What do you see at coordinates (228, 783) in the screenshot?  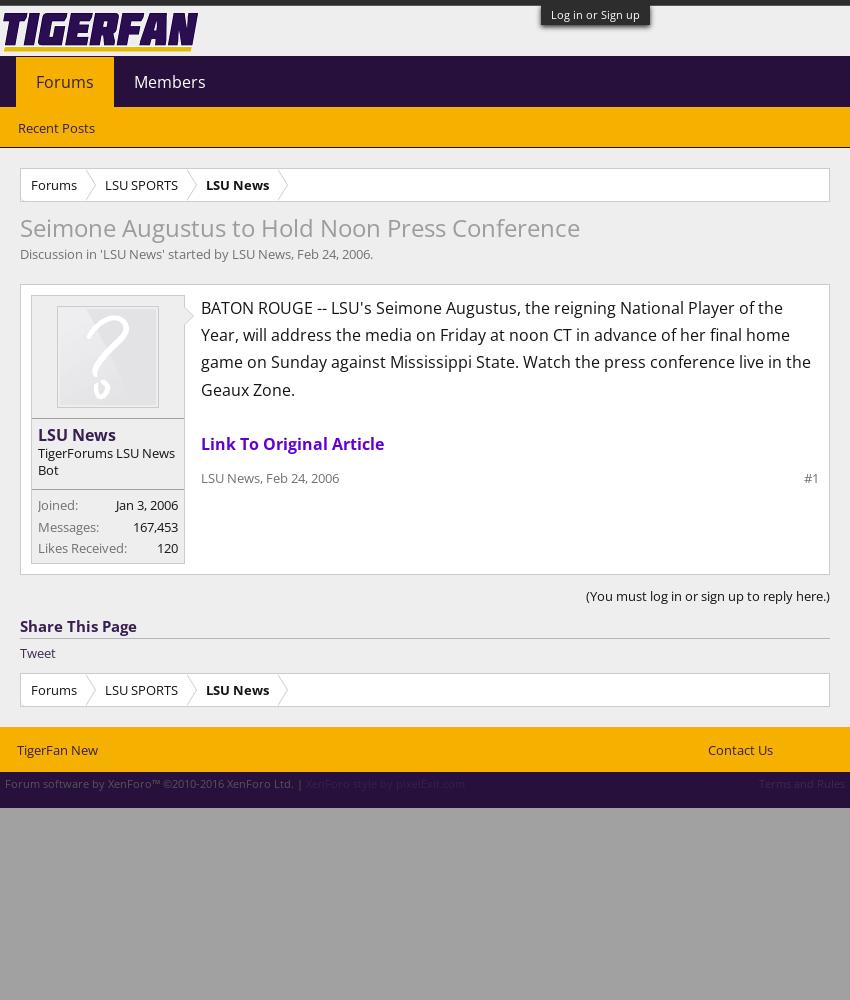 I see `'©2010-2016 XenForo Ltd.'` at bounding box center [228, 783].